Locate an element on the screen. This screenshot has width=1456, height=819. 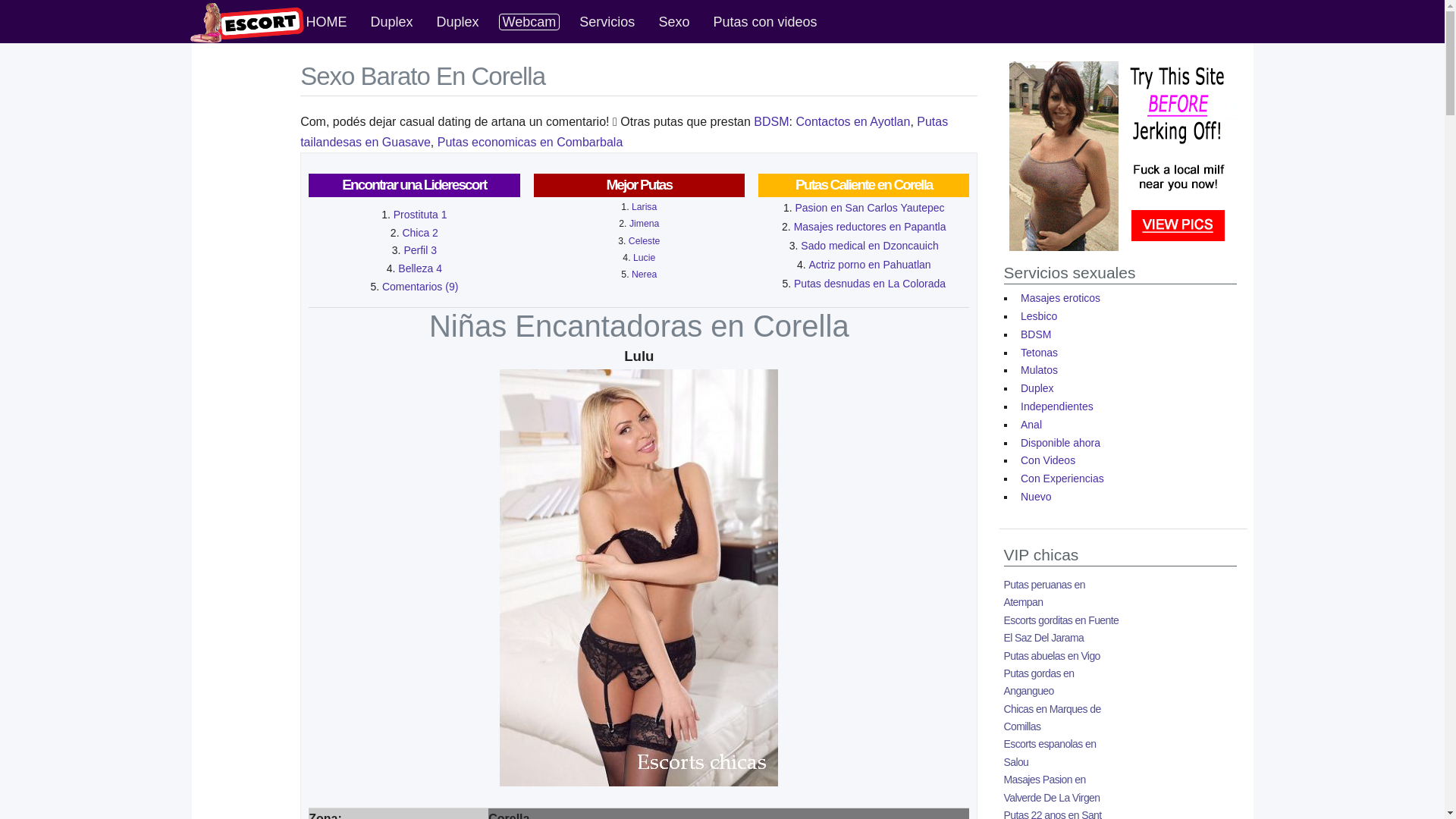
'Independientes' is located at coordinates (1018, 406).